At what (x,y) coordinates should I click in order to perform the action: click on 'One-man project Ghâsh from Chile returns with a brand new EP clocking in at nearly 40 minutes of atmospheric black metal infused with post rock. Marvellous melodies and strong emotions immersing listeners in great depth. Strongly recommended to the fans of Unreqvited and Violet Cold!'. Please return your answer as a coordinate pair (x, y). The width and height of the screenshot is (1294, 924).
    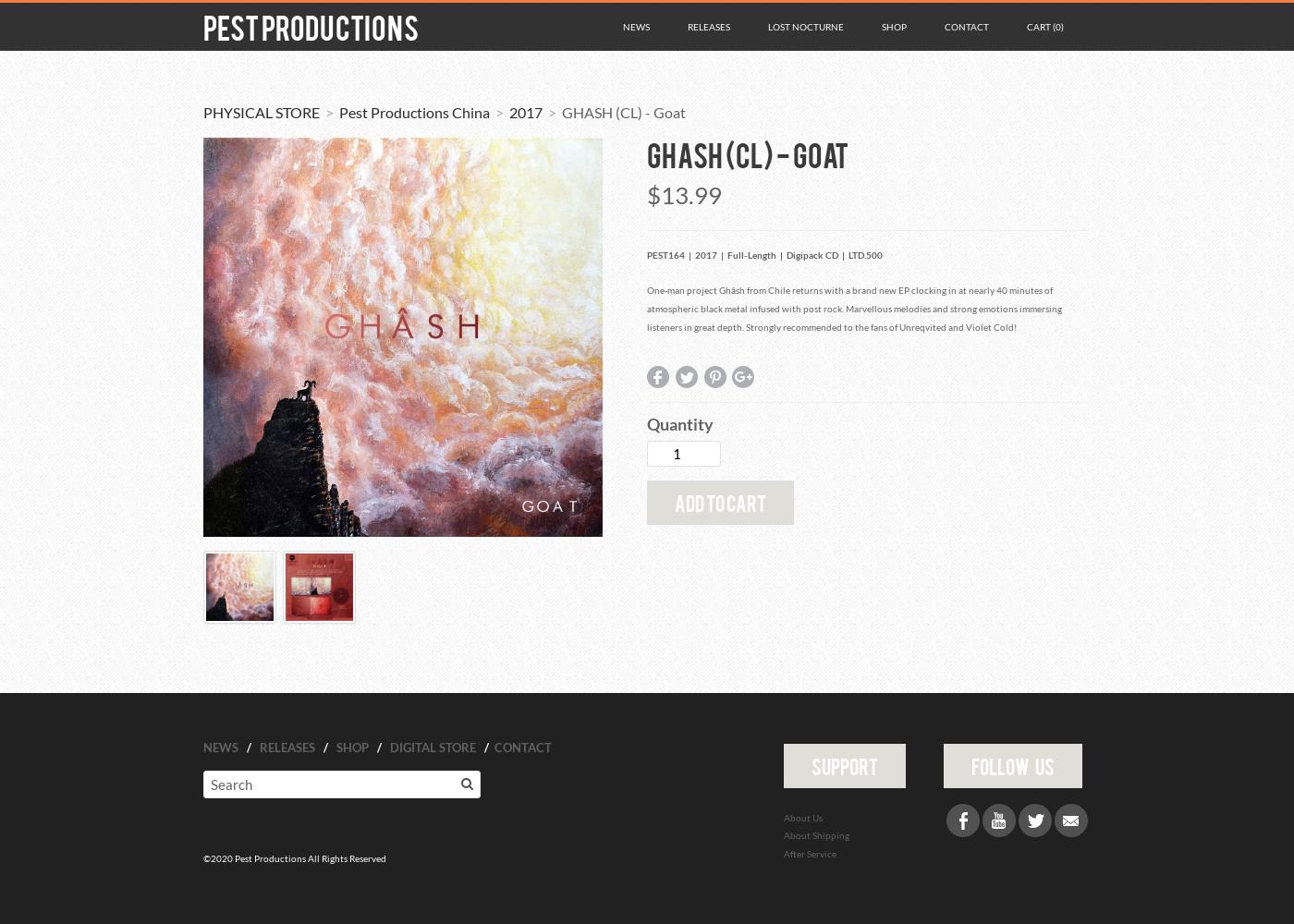
    Looking at the image, I should click on (854, 308).